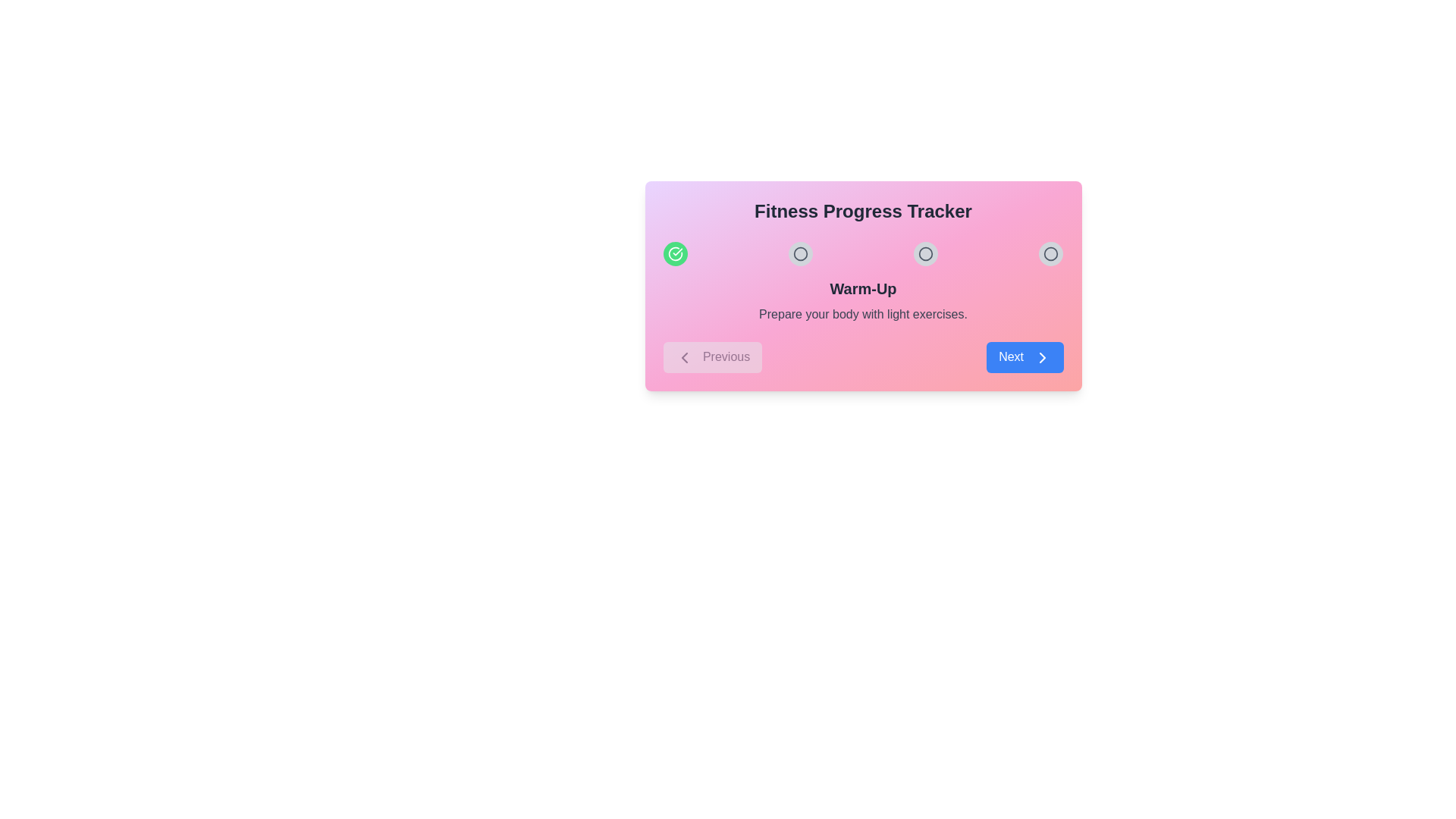  What do you see at coordinates (925, 253) in the screenshot?
I see `the third circular Indicator button in a horizontal sequence of four buttons, which indicates a specific progress step in a multi-step process` at bounding box center [925, 253].